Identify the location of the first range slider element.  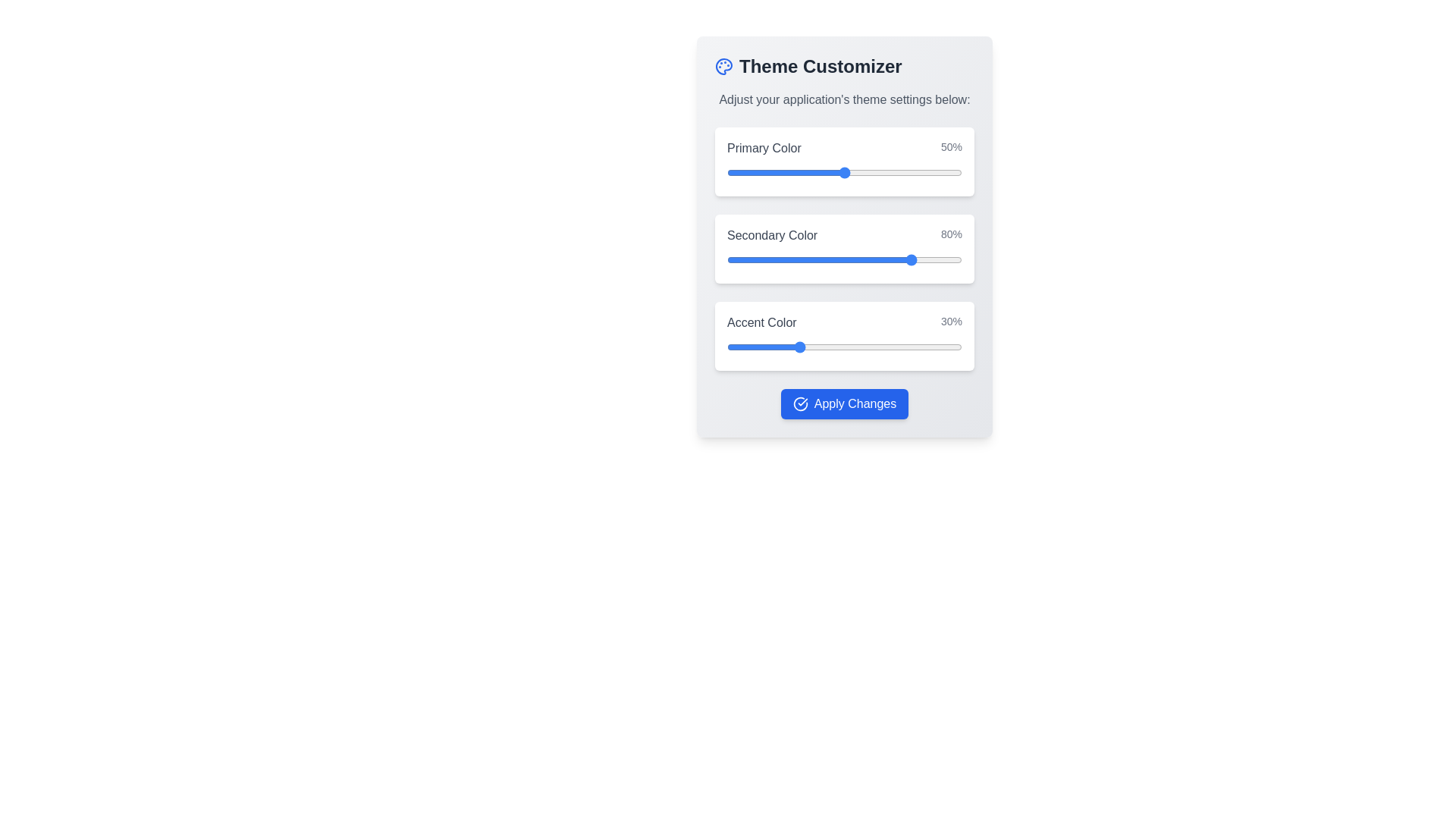
(843, 171).